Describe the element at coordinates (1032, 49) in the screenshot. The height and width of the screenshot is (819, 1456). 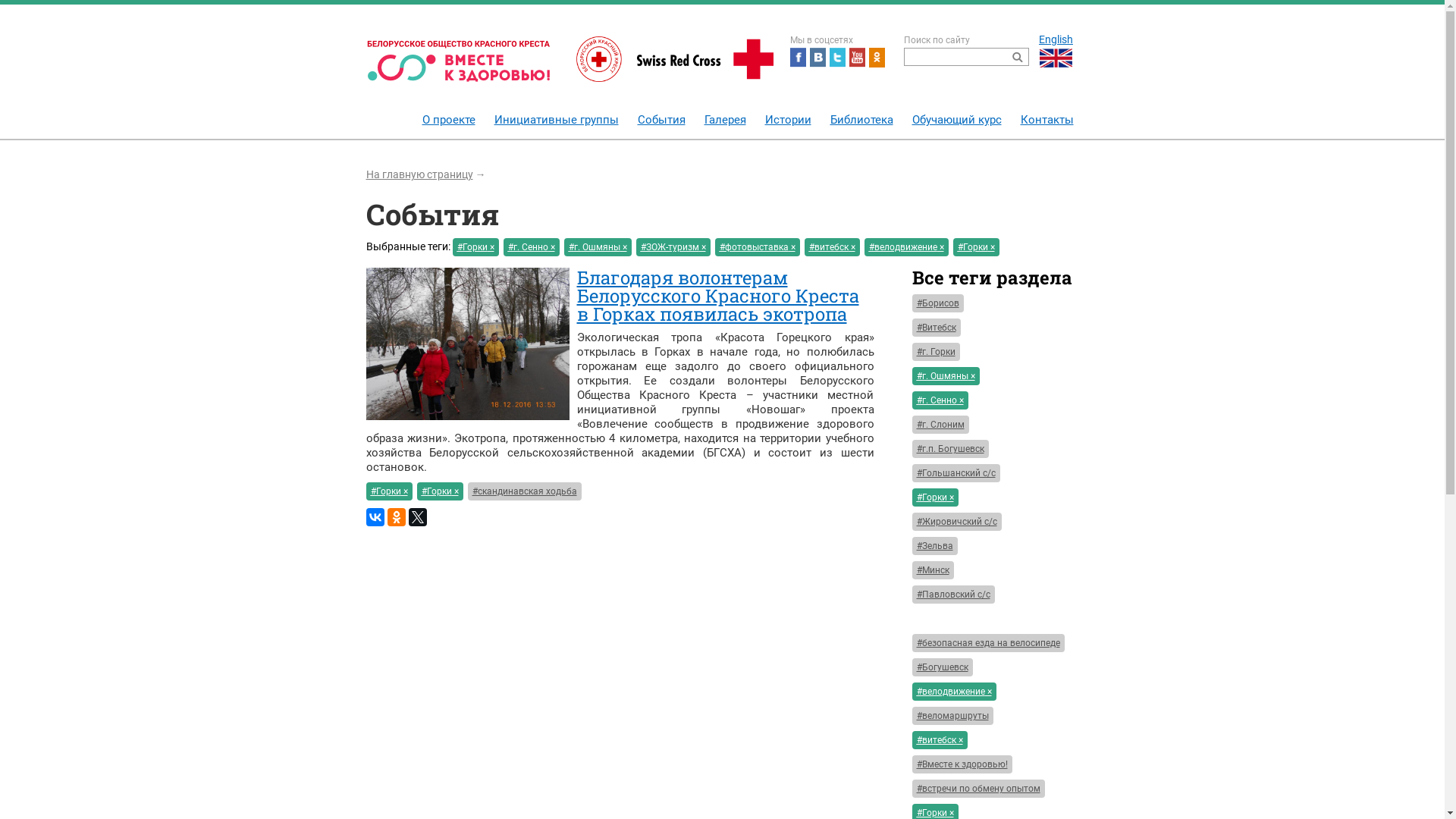
I see `'English'` at that location.